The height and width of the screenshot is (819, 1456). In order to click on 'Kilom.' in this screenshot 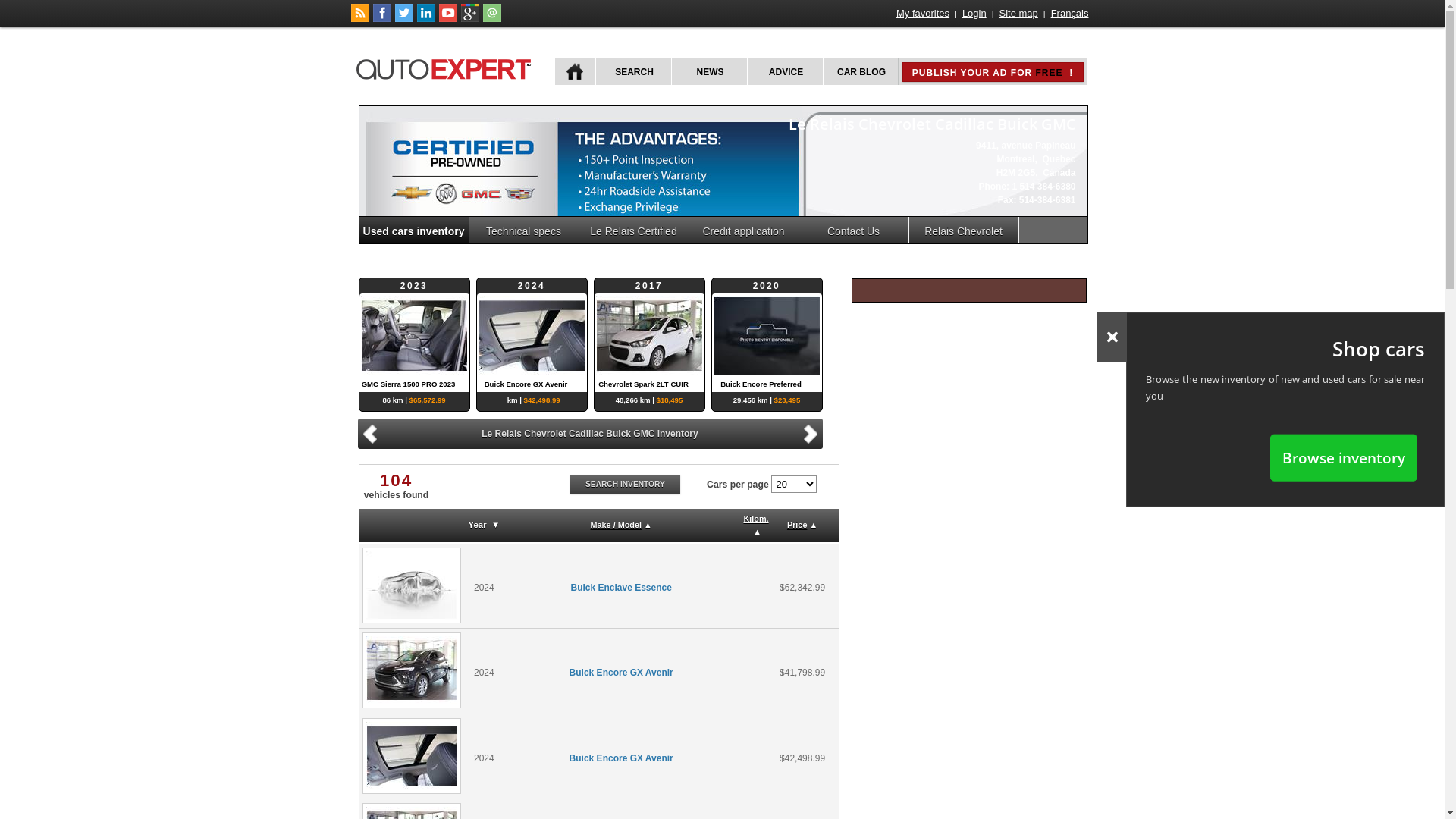, I will do `click(755, 518)`.